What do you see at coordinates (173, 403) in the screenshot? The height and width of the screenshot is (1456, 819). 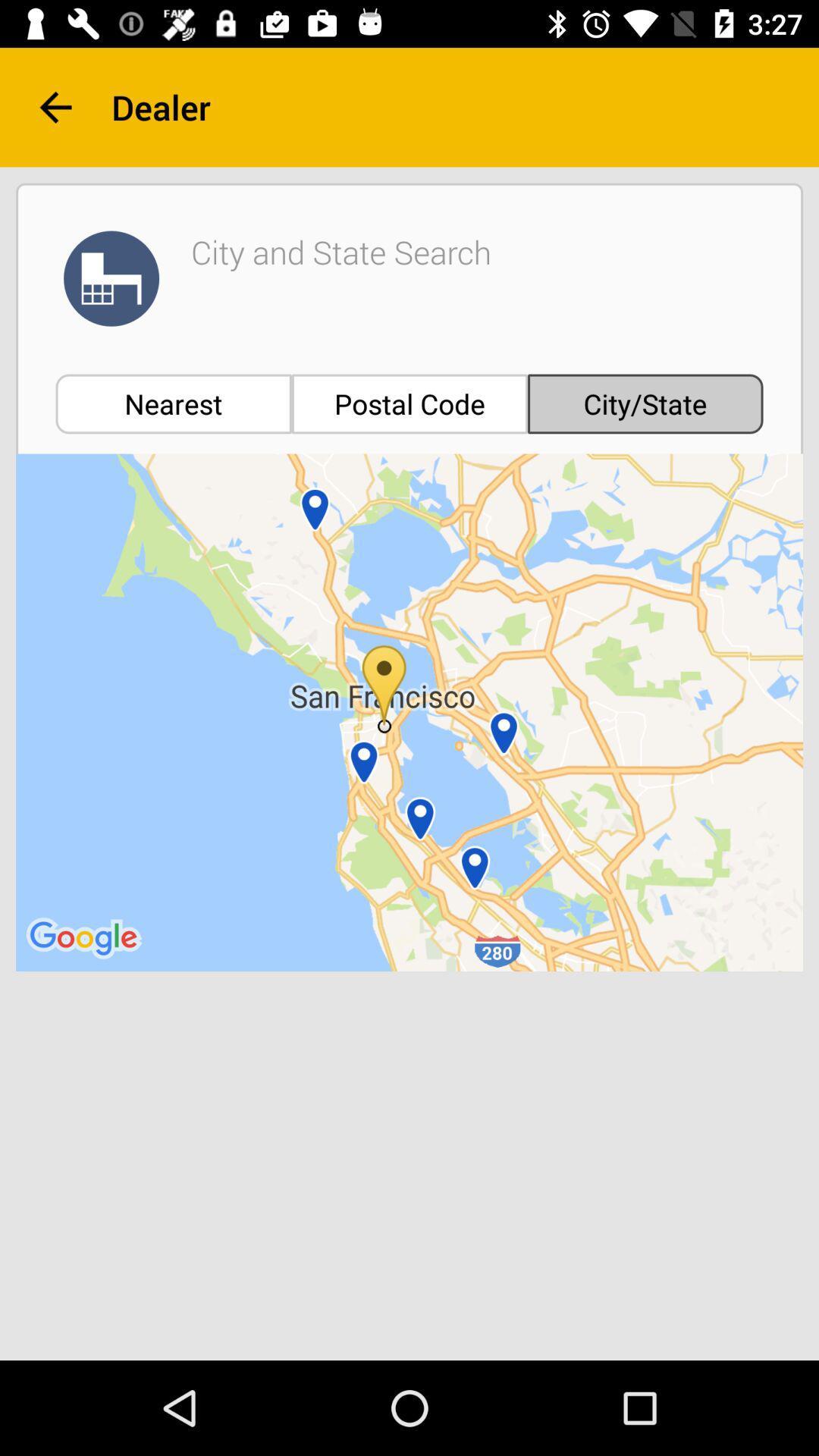 I see `the nearest item` at bounding box center [173, 403].